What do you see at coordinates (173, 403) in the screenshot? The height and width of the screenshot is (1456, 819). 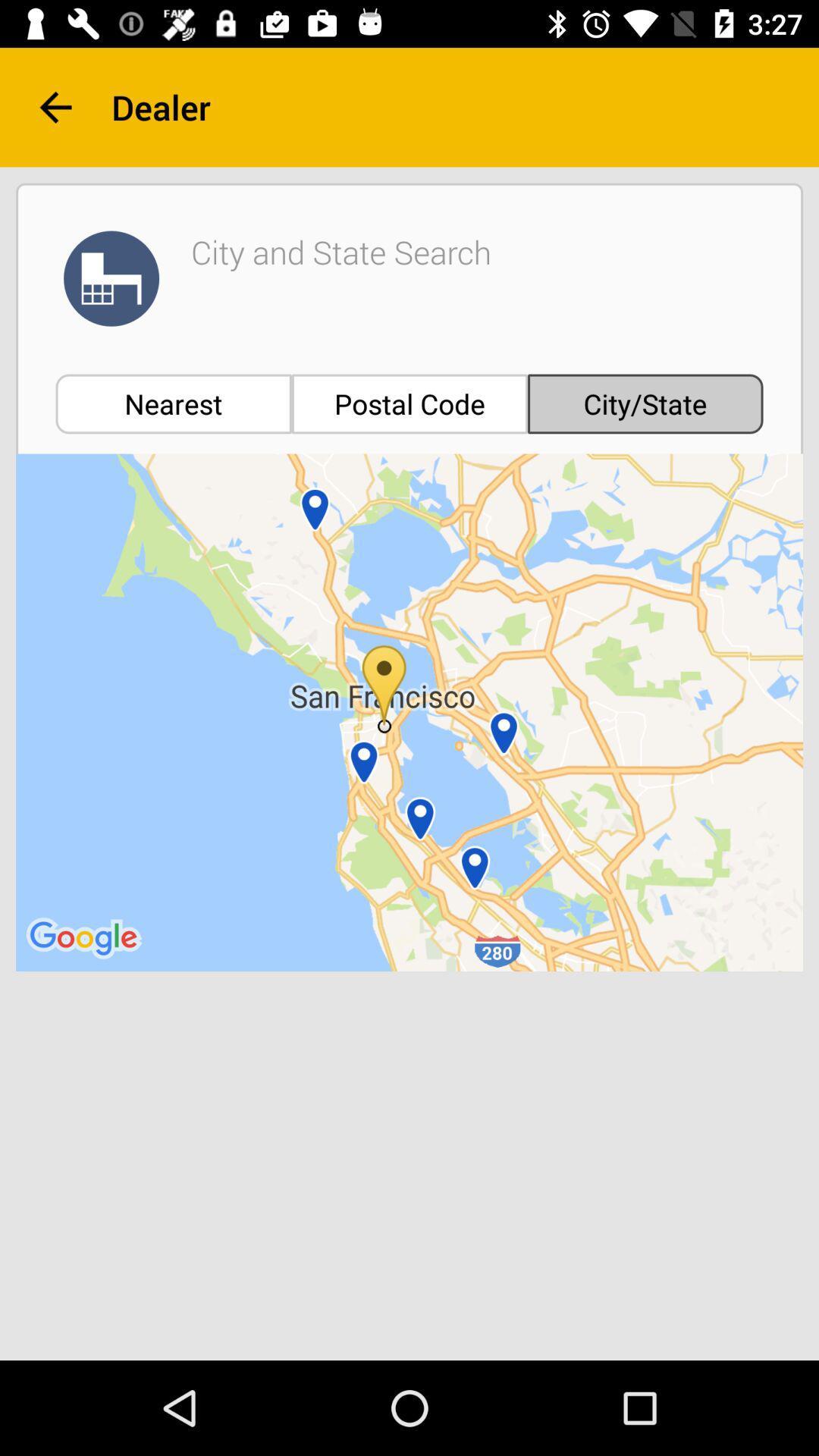 I see `the nearest item` at bounding box center [173, 403].